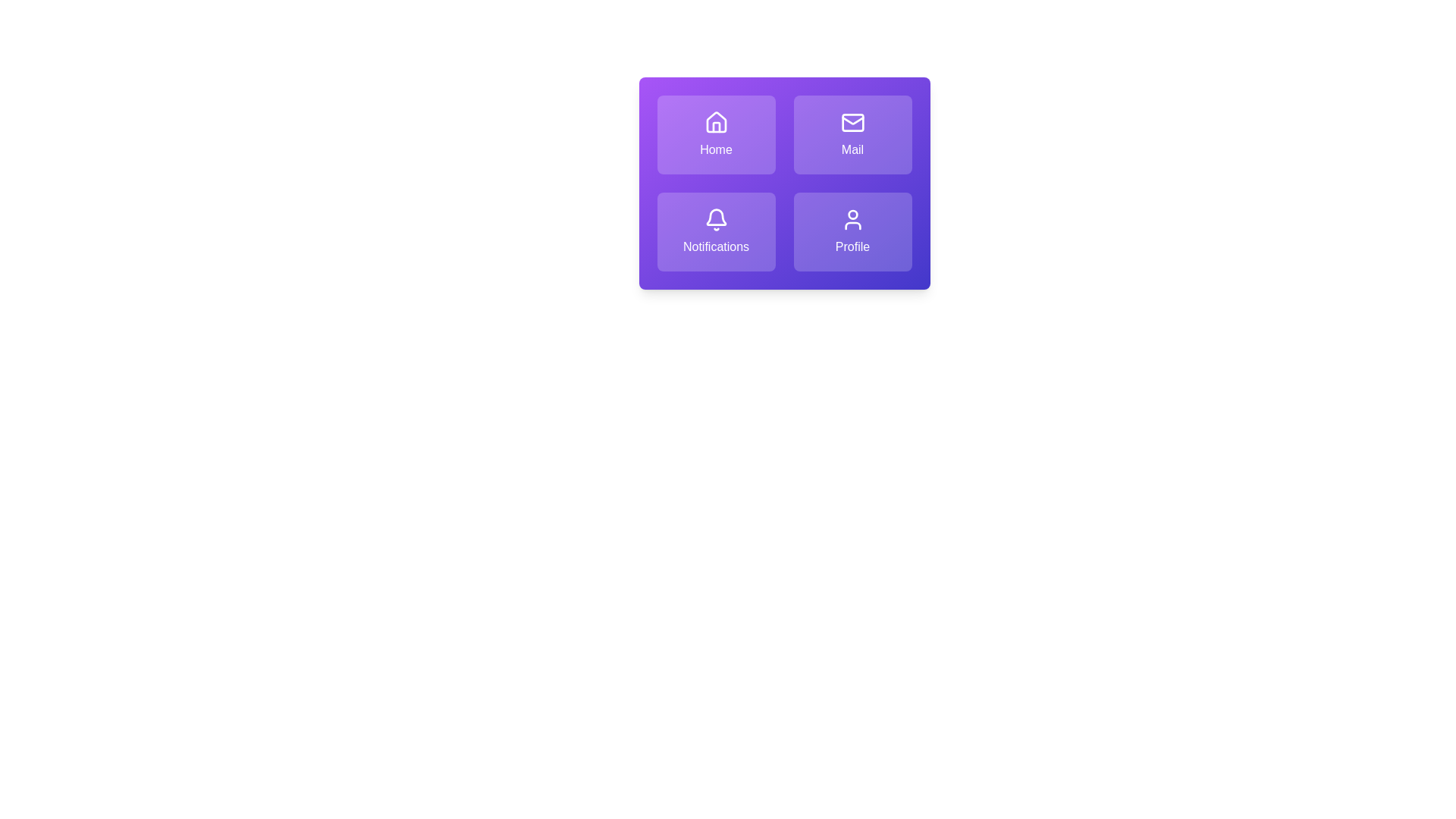  What do you see at coordinates (715, 231) in the screenshot?
I see `the tile labeled Notifications to activate its action` at bounding box center [715, 231].